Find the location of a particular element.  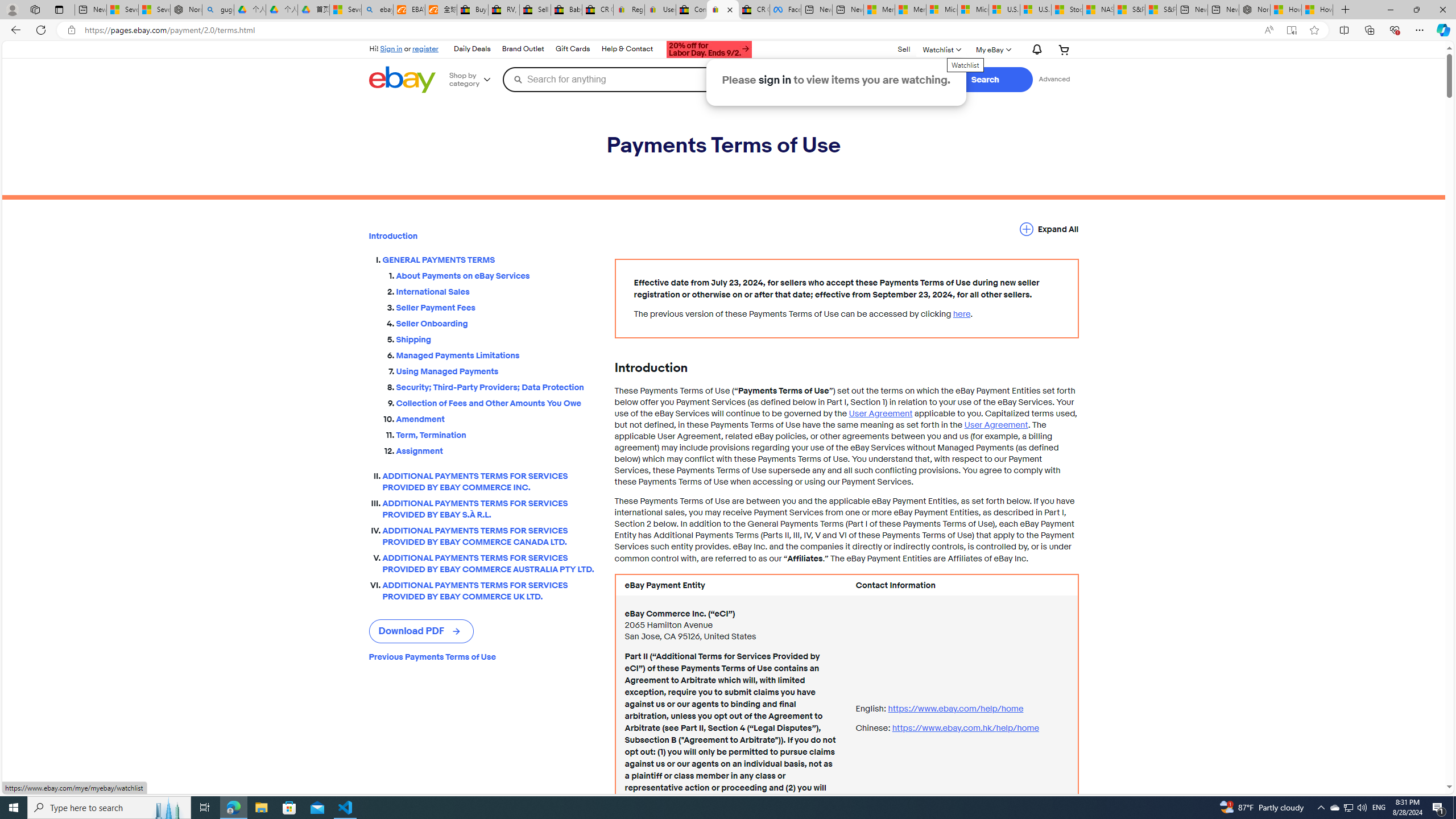

'Managed Payments Limitations' is located at coordinates (496, 353).